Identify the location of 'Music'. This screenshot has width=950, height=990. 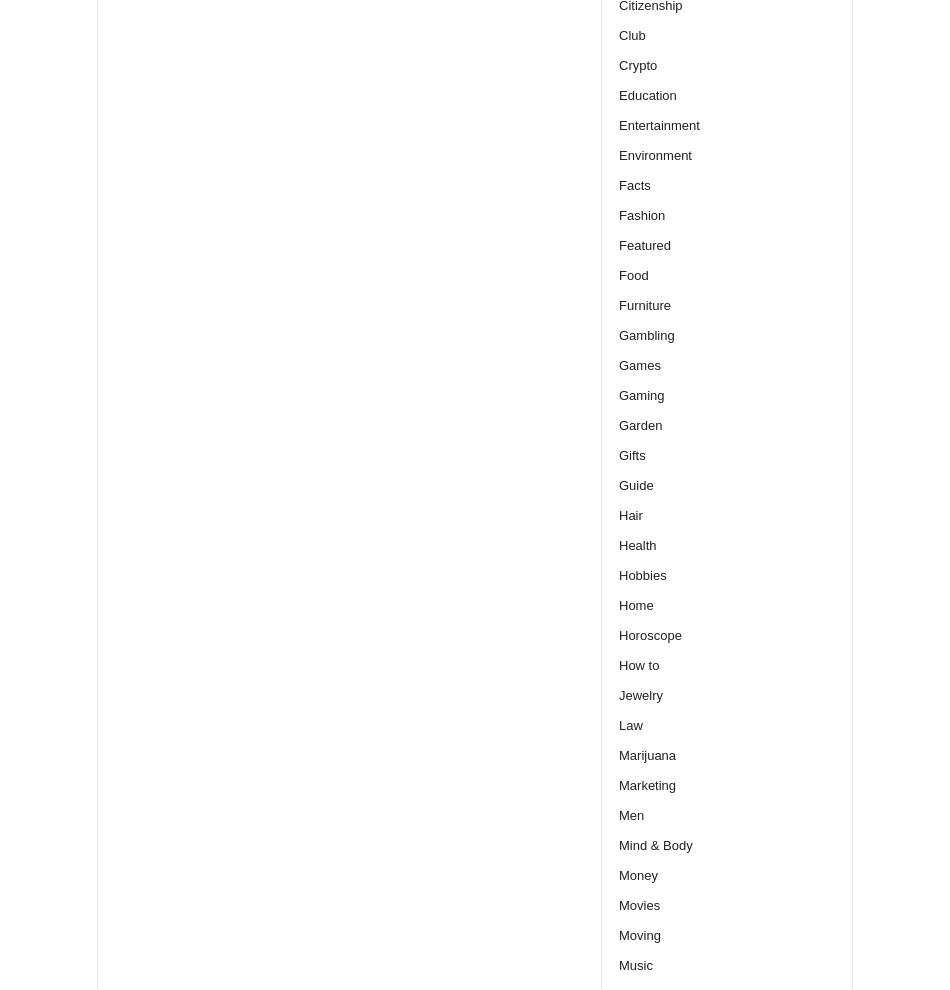
(635, 964).